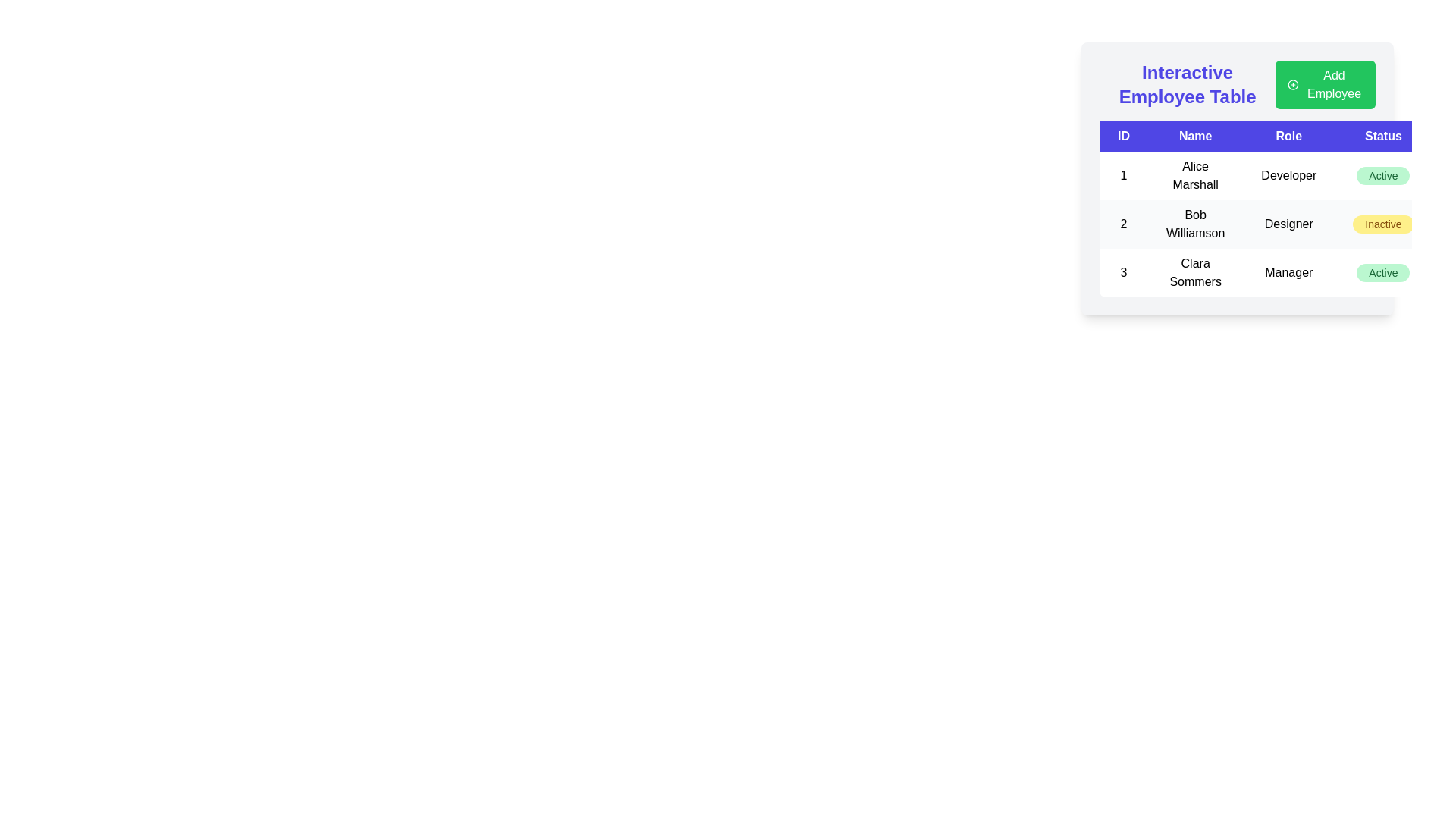 The height and width of the screenshot is (819, 1456). What do you see at coordinates (1124, 174) in the screenshot?
I see `the static text element displaying the unique identifier for the first row in the 'Interactive Employee Table', located under the 'ID' column heading` at bounding box center [1124, 174].